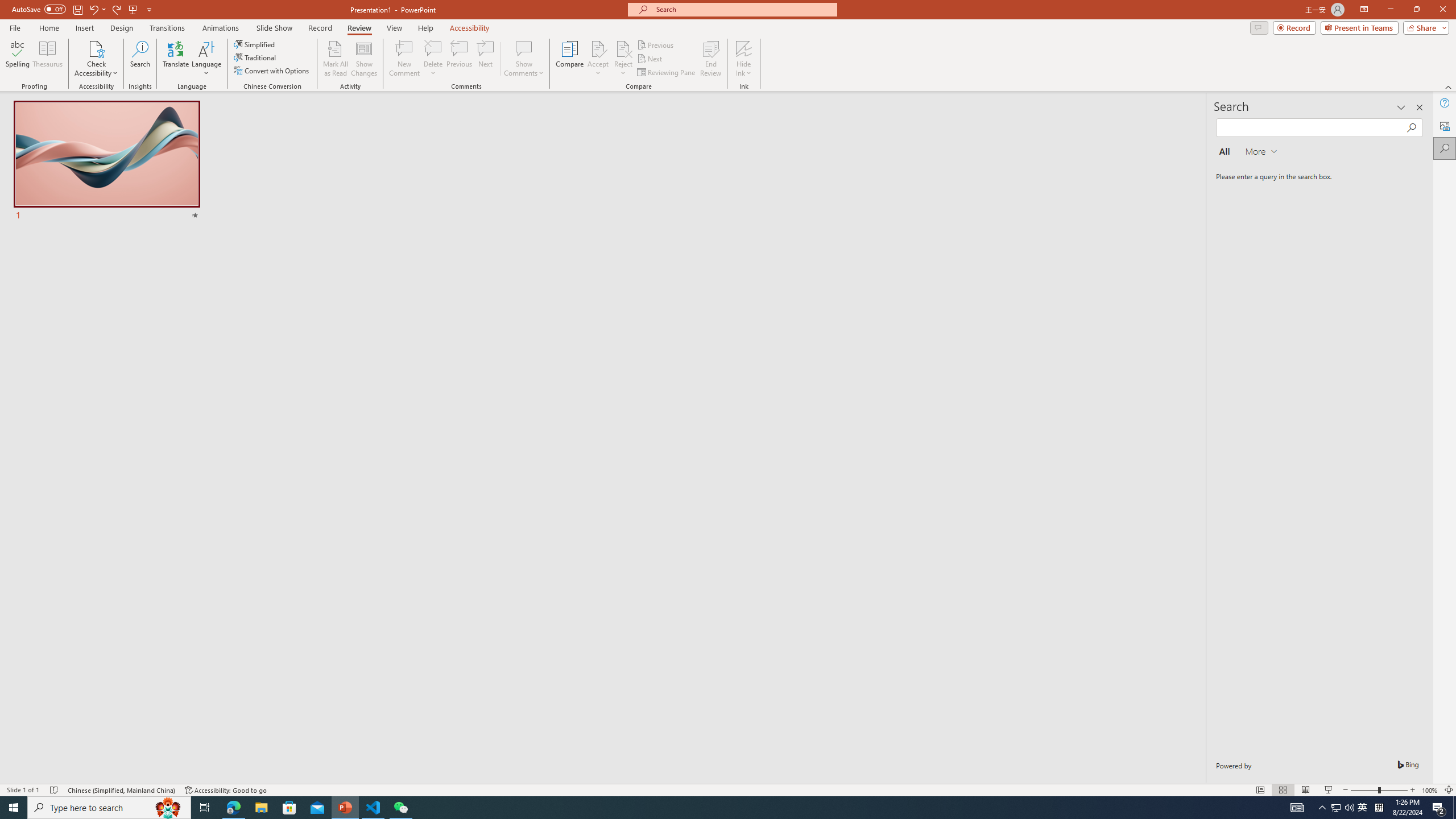 This screenshot has height=819, width=1456. What do you see at coordinates (598, 48) in the screenshot?
I see `'Accept Change'` at bounding box center [598, 48].